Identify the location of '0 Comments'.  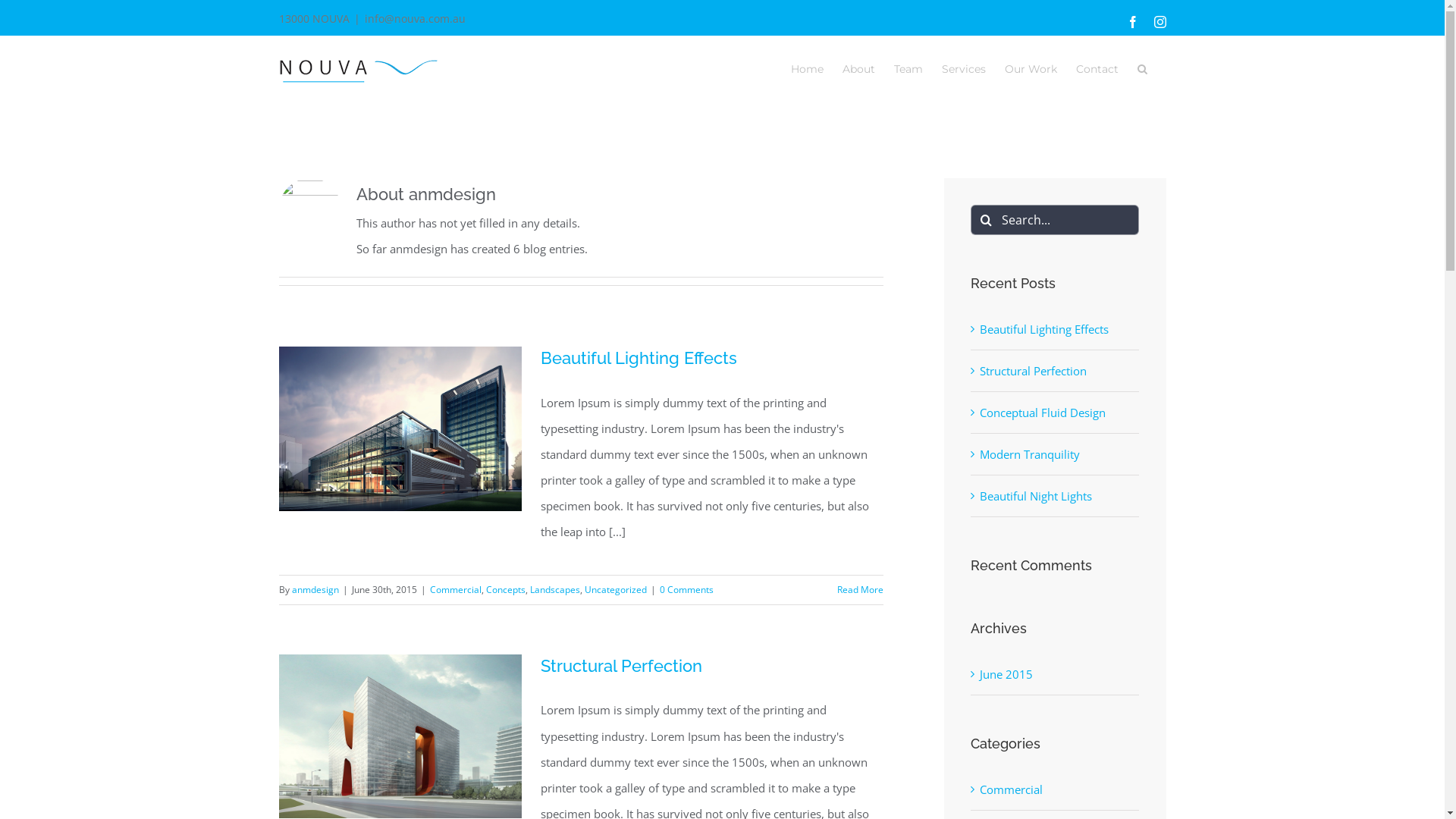
(686, 588).